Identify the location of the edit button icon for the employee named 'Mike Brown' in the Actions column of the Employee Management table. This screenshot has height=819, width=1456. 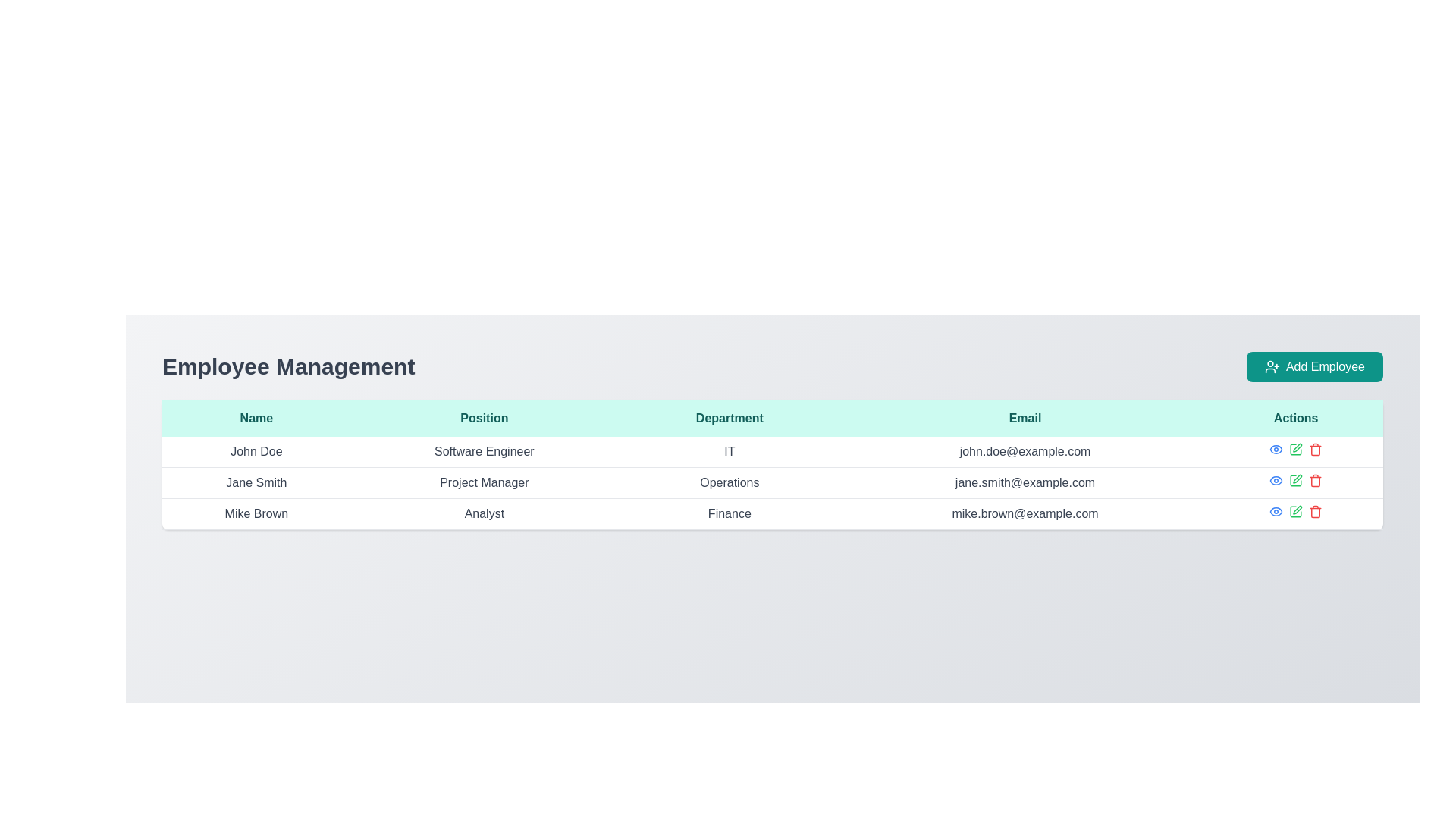
(1297, 510).